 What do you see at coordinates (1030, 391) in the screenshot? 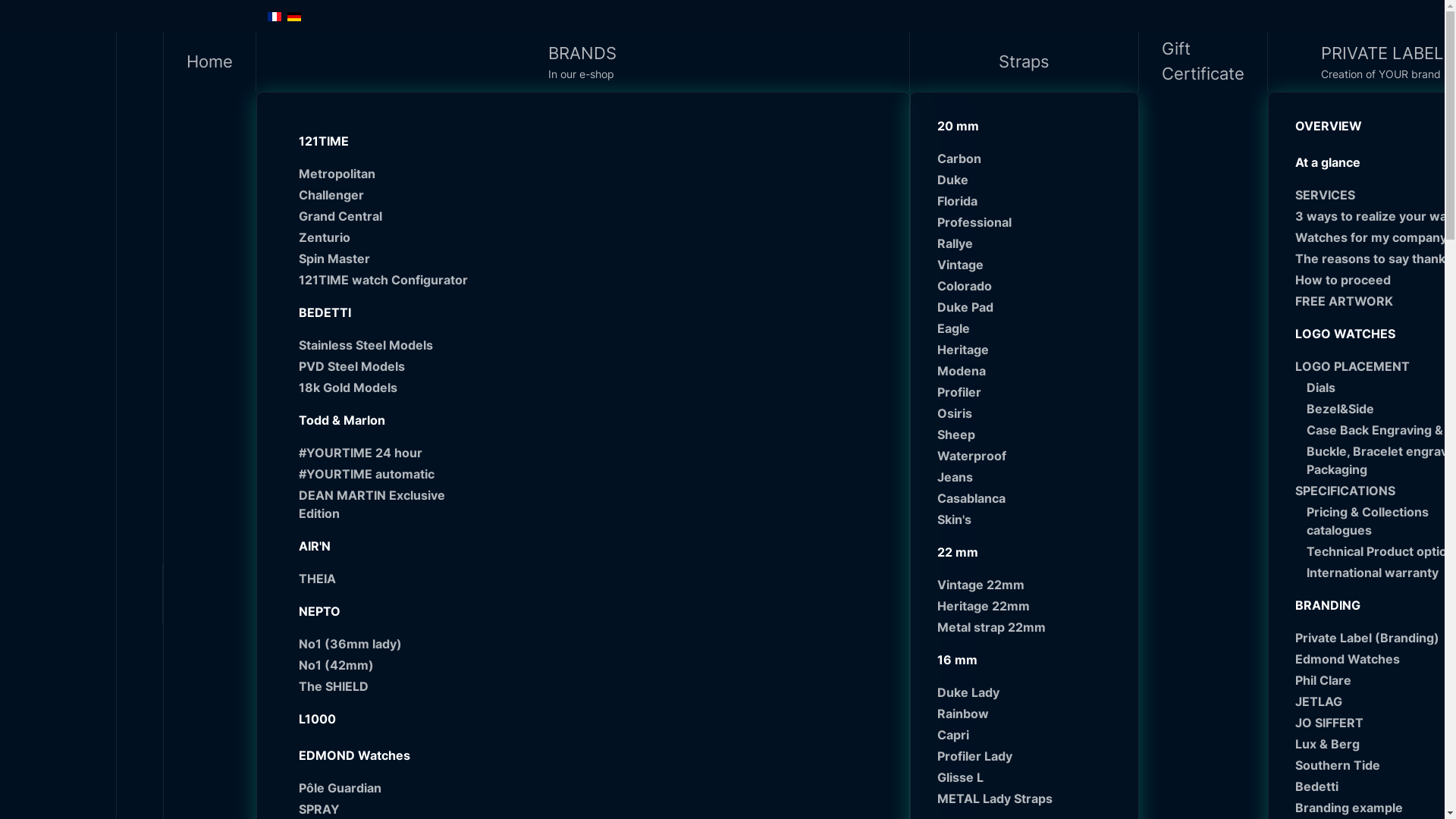
I see `'Profiler'` at bounding box center [1030, 391].